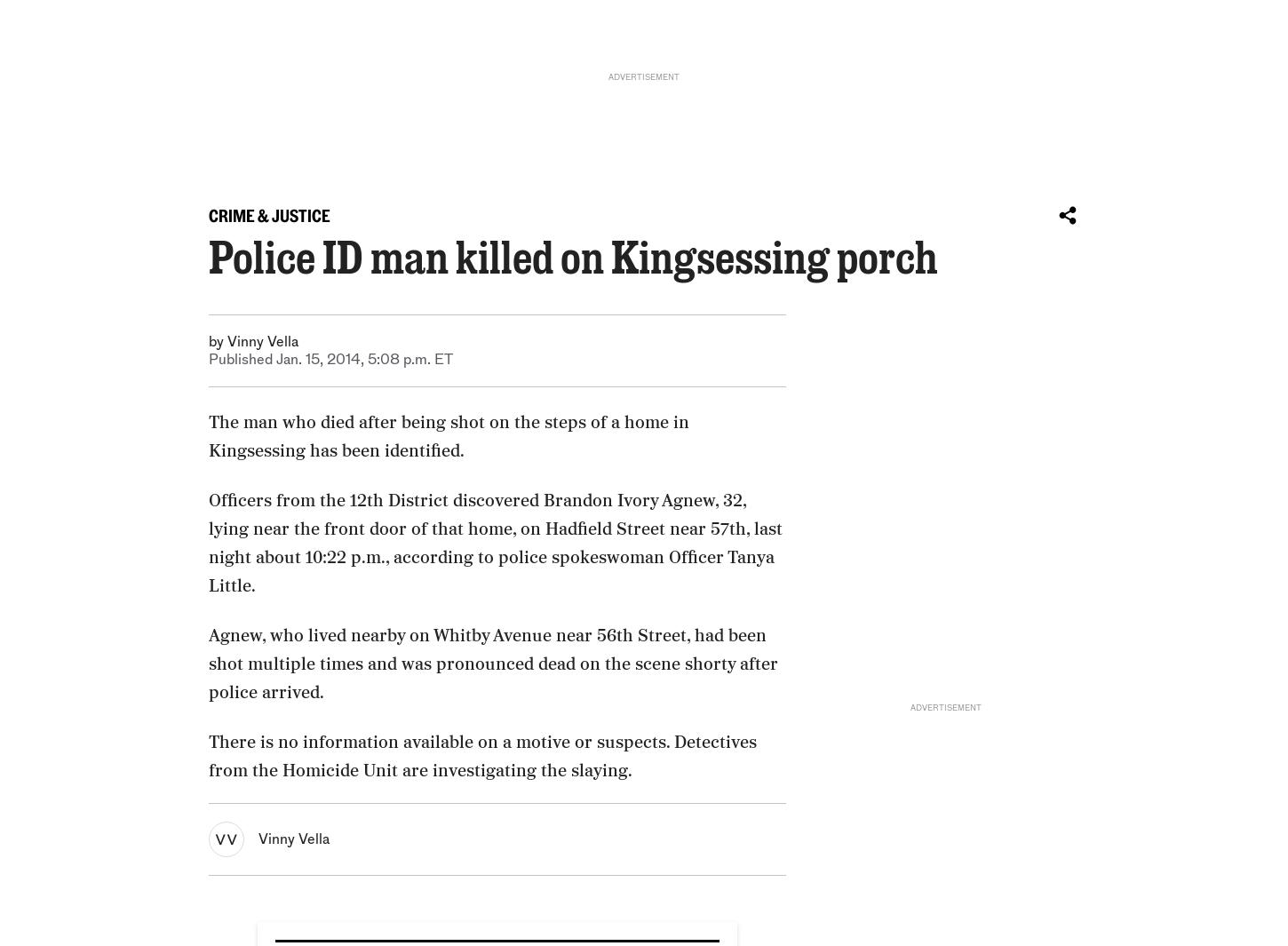 The width and height of the screenshot is (1288, 946). I want to click on 'Updated', so click(305, 689).